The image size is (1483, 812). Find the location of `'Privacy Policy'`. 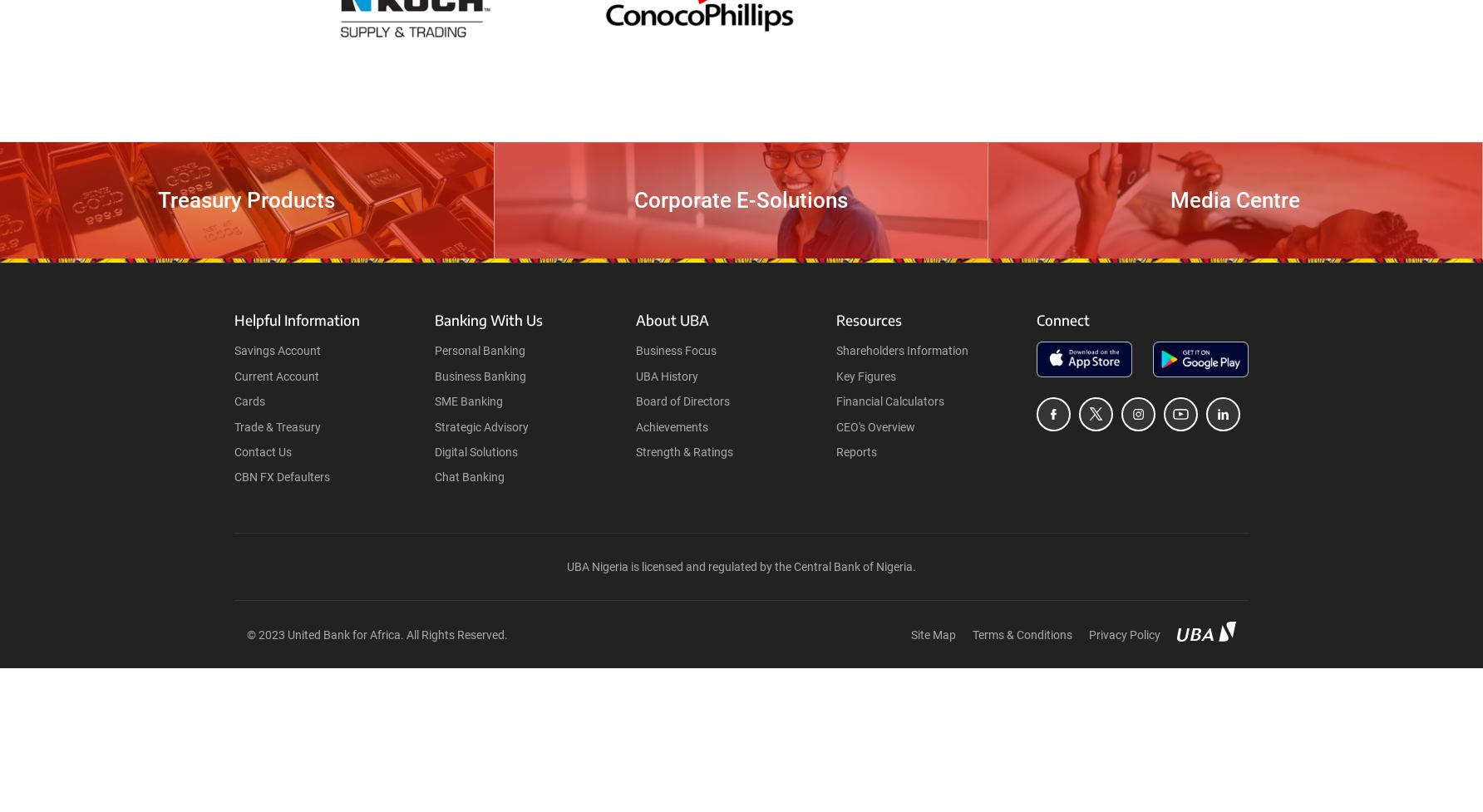

'Privacy Policy' is located at coordinates (1124, 635).